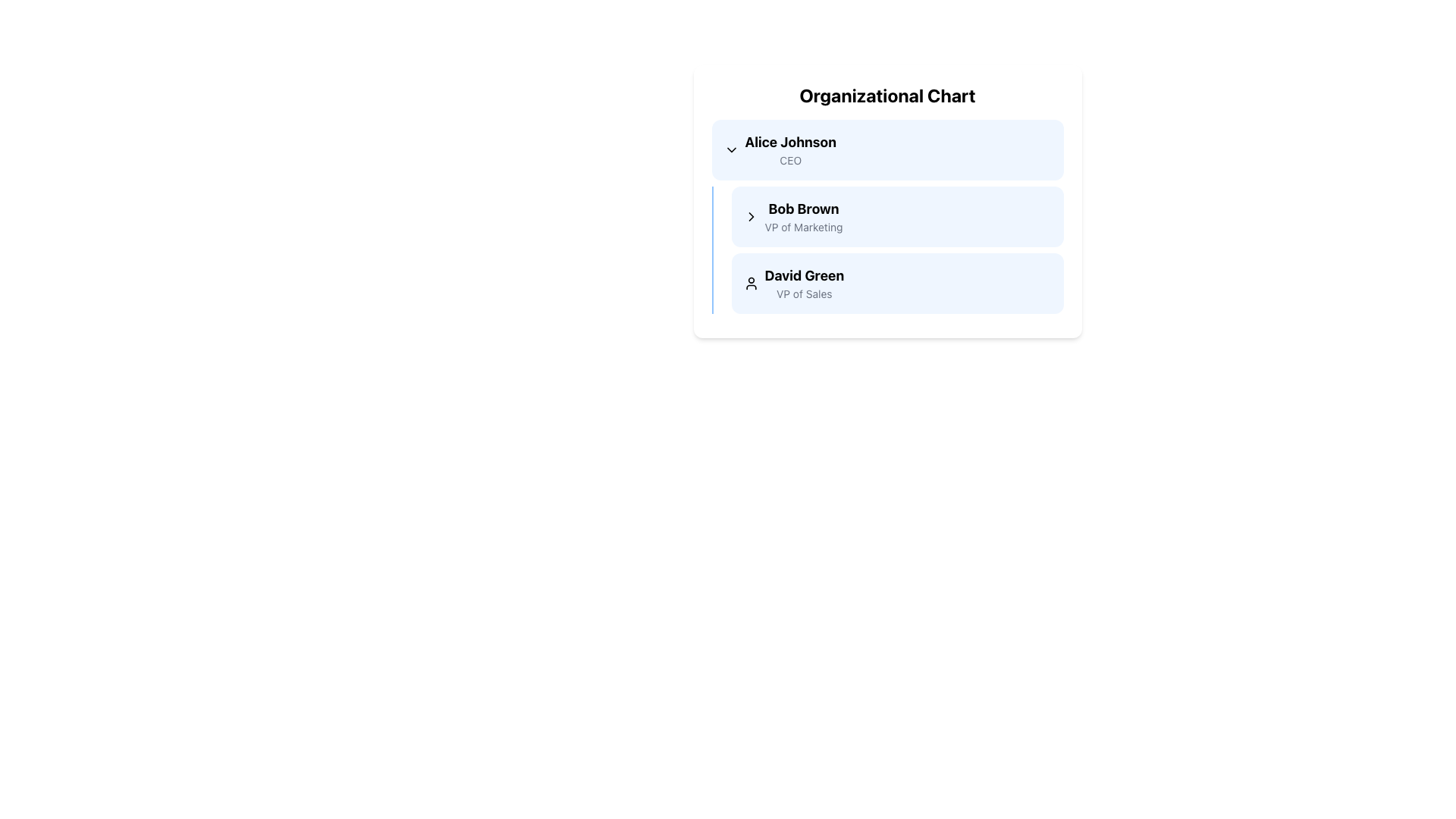 The height and width of the screenshot is (819, 1456). What do you see at coordinates (751, 216) in the screenshot?
I see `the icon next to 'Bob Brown' in the organizational chart` at bounding box center [751, 216].